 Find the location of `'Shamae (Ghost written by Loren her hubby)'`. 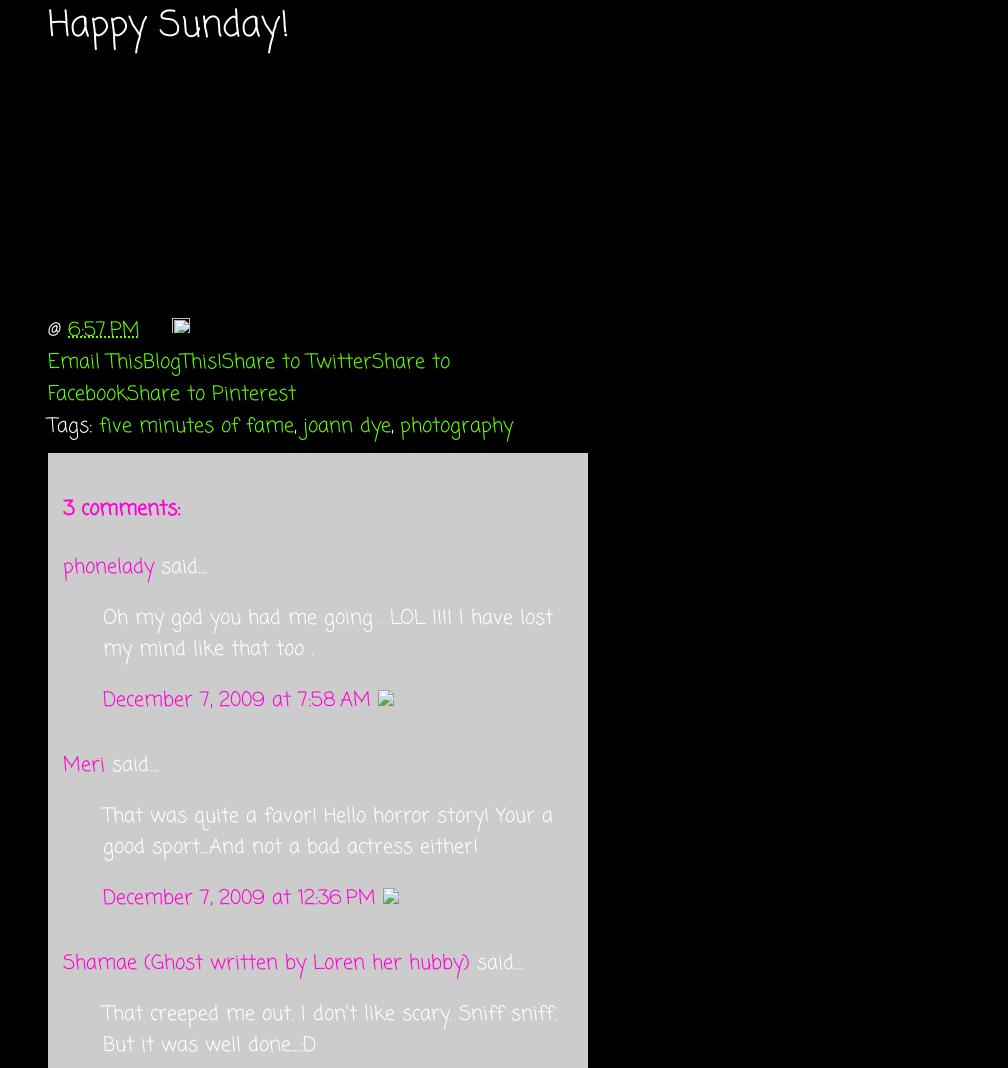

'Shamae (Ghost written by Loren her hubby)' is located at coordinates (63, 962).